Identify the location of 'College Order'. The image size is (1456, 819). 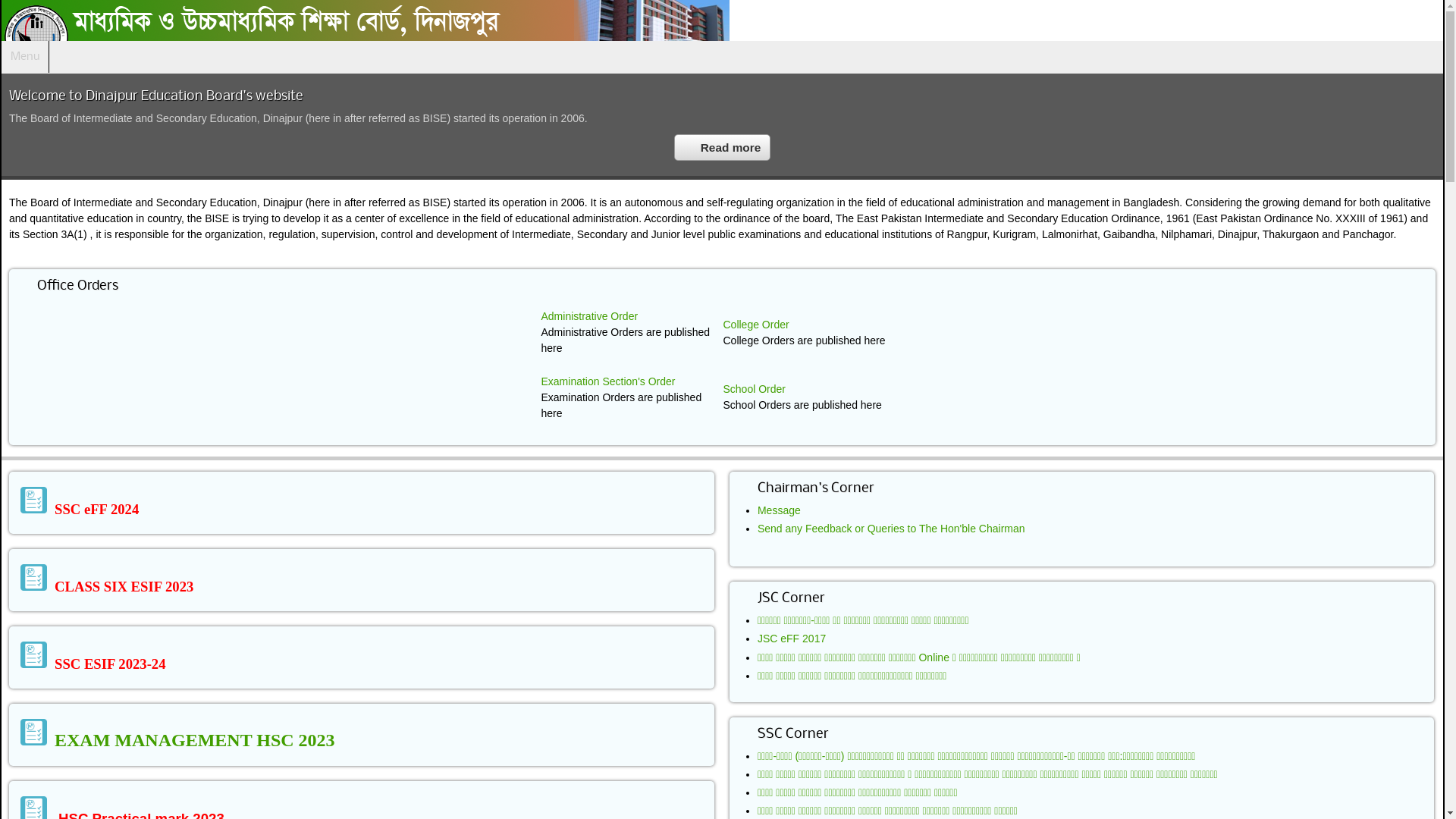
(723, 324).